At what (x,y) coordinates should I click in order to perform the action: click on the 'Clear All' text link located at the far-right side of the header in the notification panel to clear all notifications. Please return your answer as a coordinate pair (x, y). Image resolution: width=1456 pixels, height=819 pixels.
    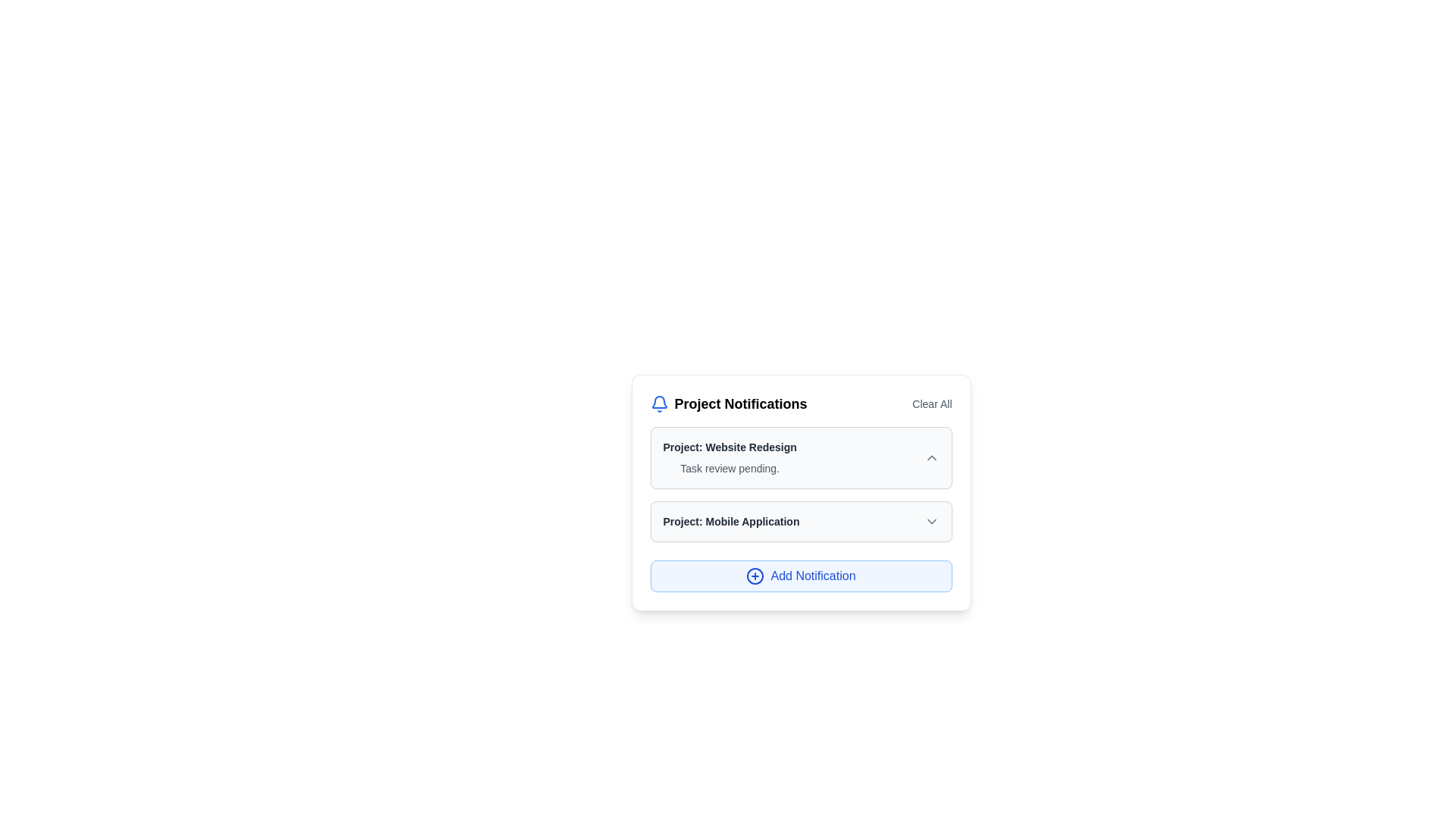
    Looking at the image, I should click on (931, 403).